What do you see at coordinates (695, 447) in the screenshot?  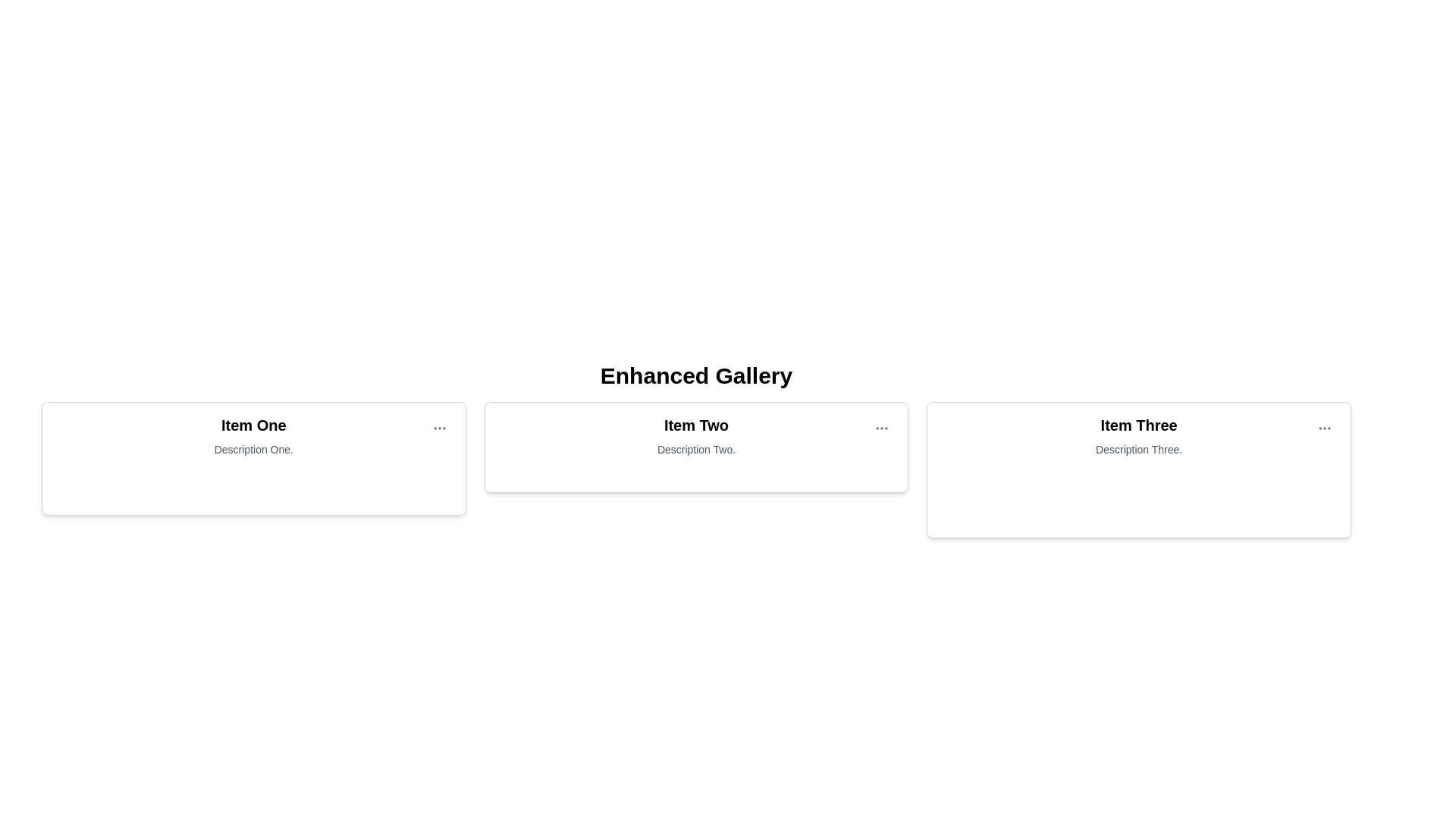 I see `the second card element in the horizontal grid layout for potential navigation` at bounding box center [695, 447].